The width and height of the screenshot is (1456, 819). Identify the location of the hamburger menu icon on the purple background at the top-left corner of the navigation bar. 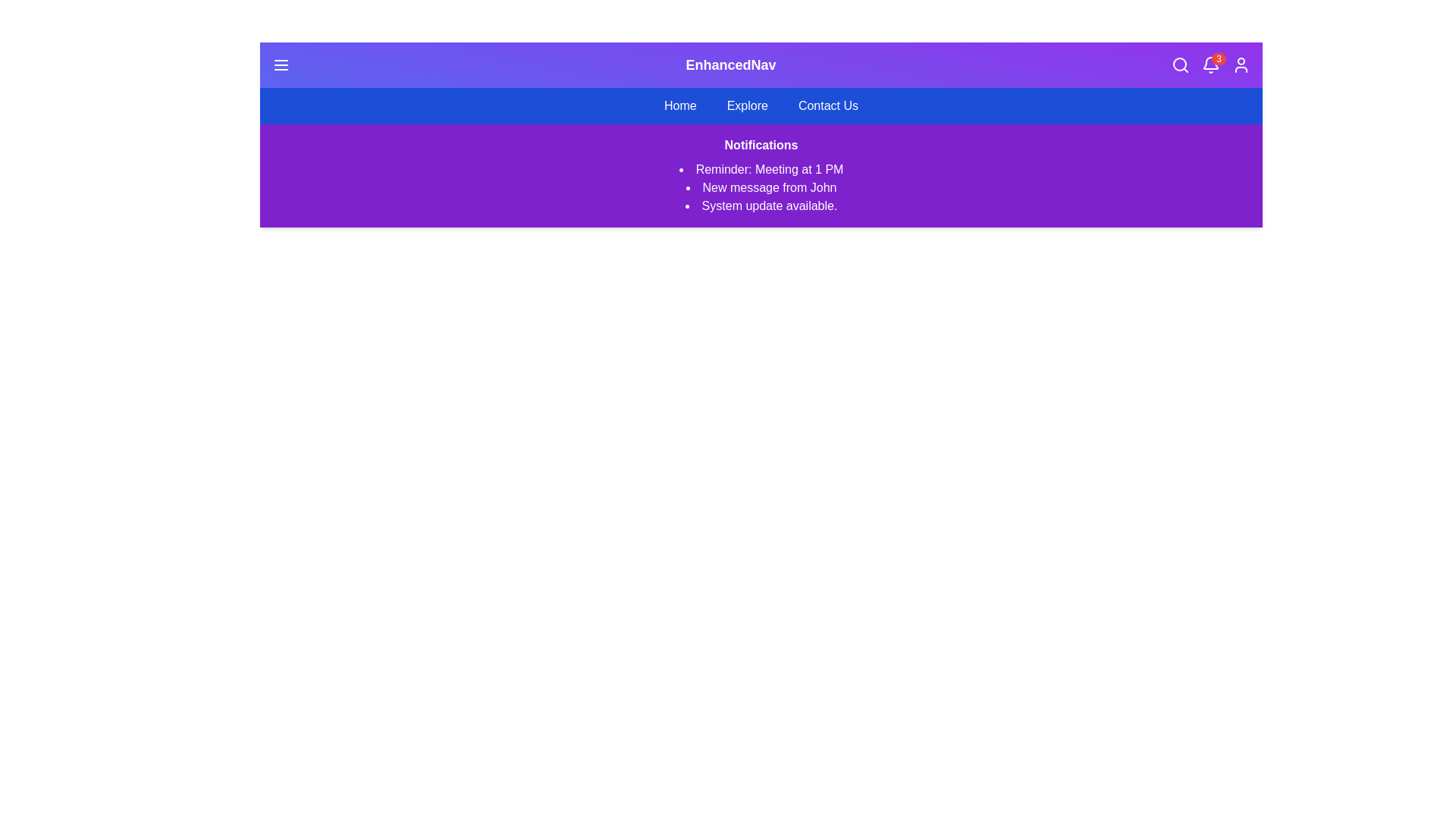
(281, 64).